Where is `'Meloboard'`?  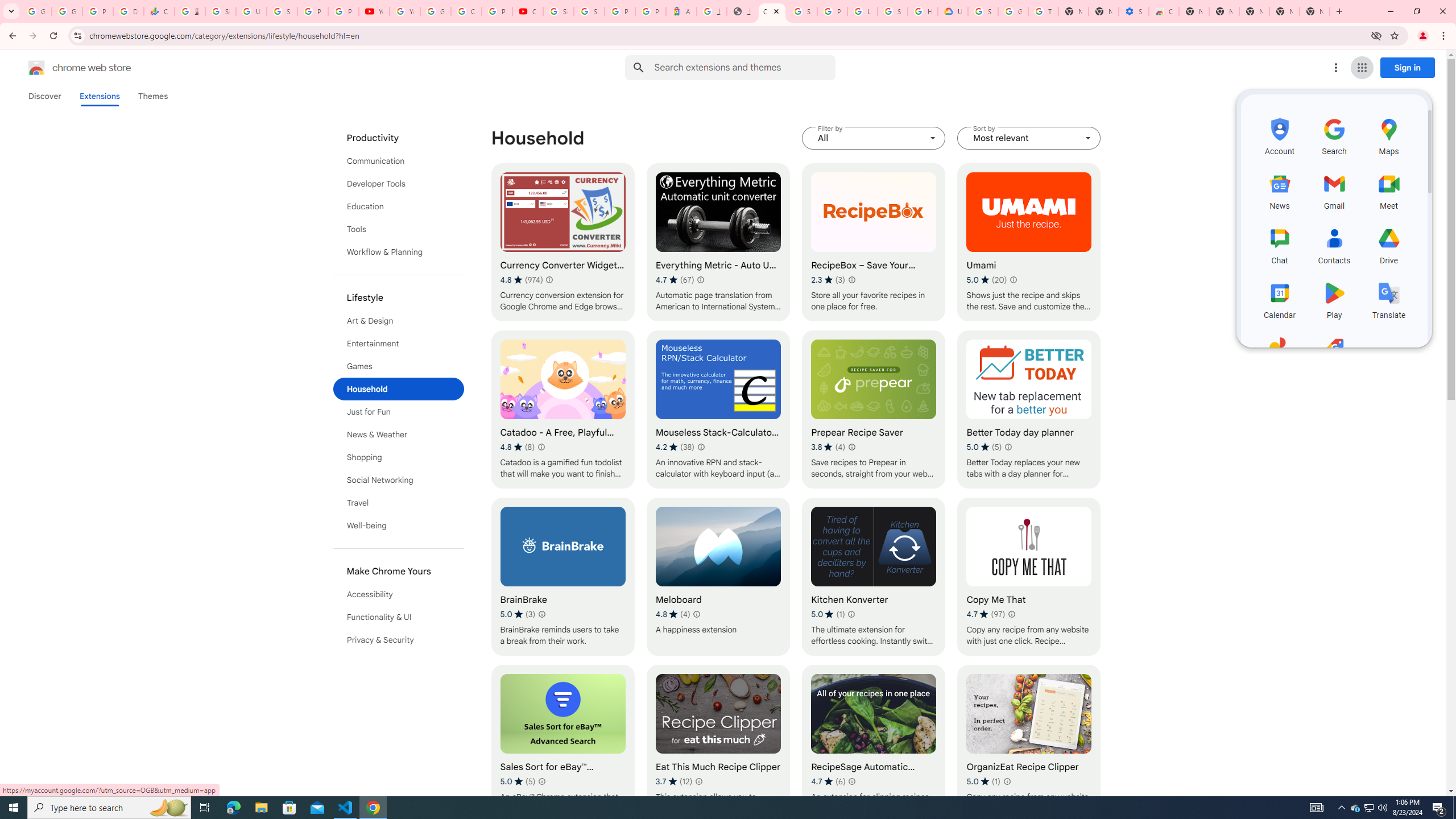 'Meloboard' is located at coordinates (718, 577).